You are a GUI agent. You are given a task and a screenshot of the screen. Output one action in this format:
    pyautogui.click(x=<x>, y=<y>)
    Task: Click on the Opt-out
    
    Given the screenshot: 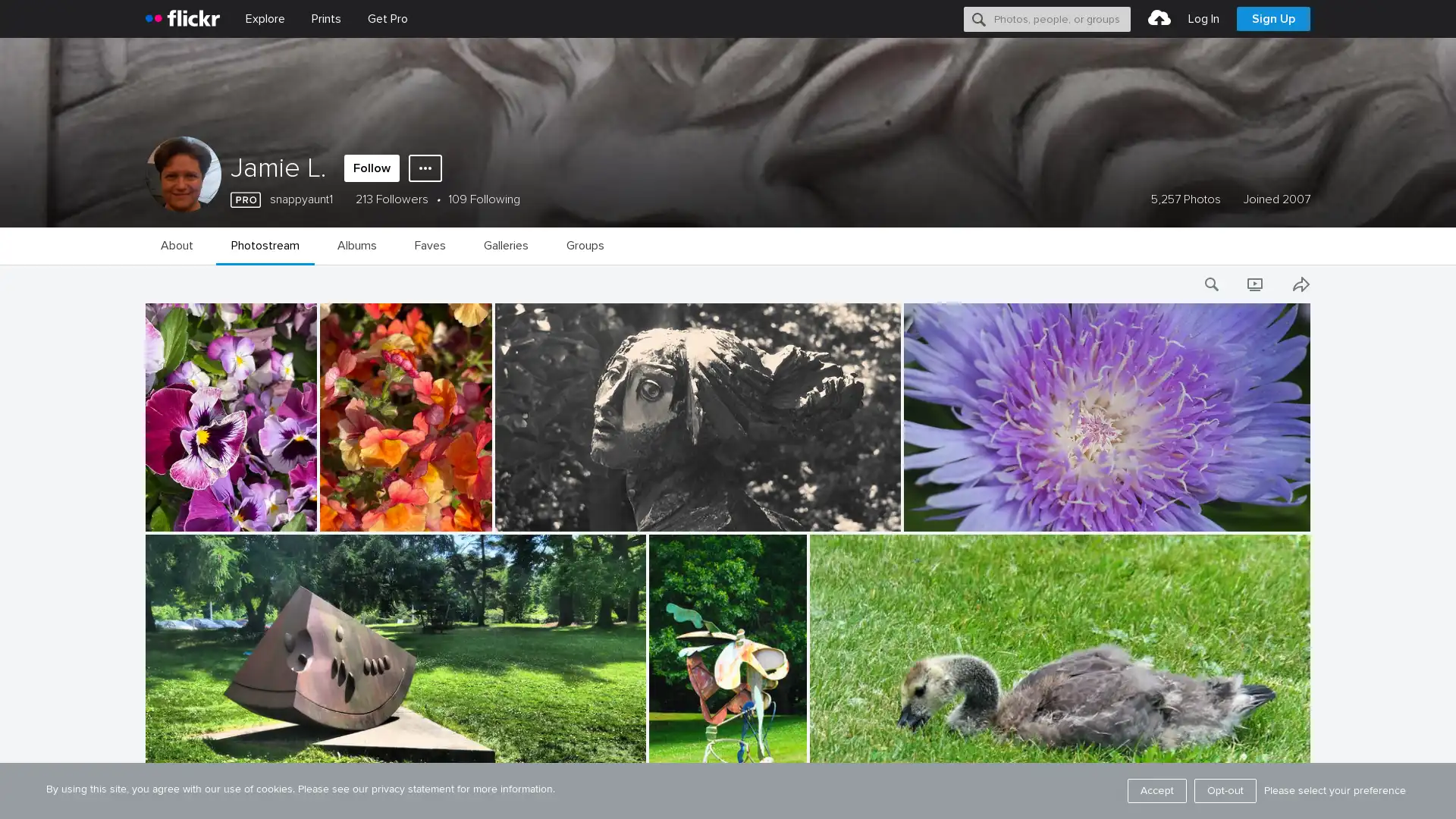 What is the action you would take?
    pyautogui.click(x=1225, y=789)
    